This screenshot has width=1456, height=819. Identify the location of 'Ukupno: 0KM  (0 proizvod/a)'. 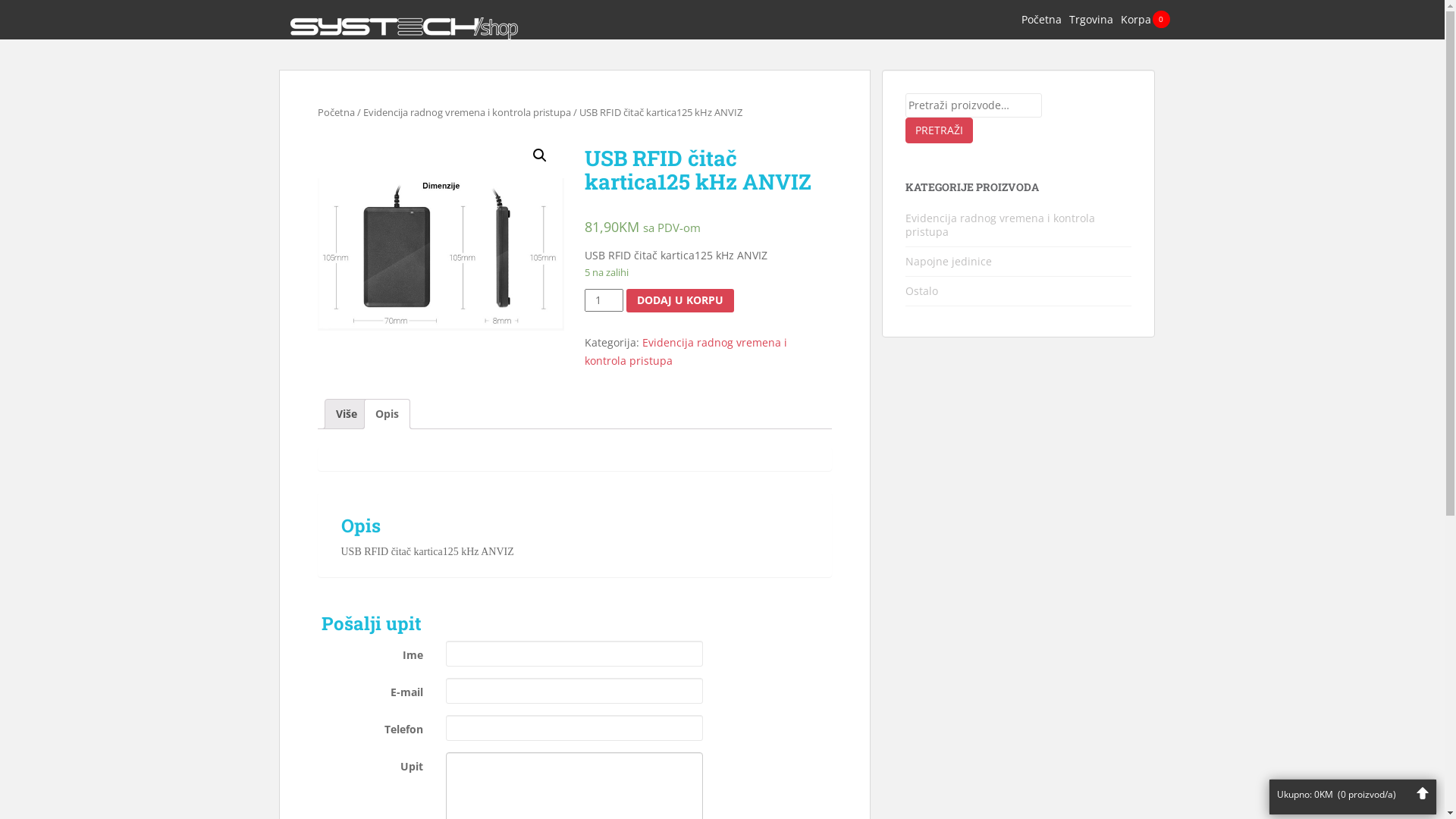
(1353, 792).